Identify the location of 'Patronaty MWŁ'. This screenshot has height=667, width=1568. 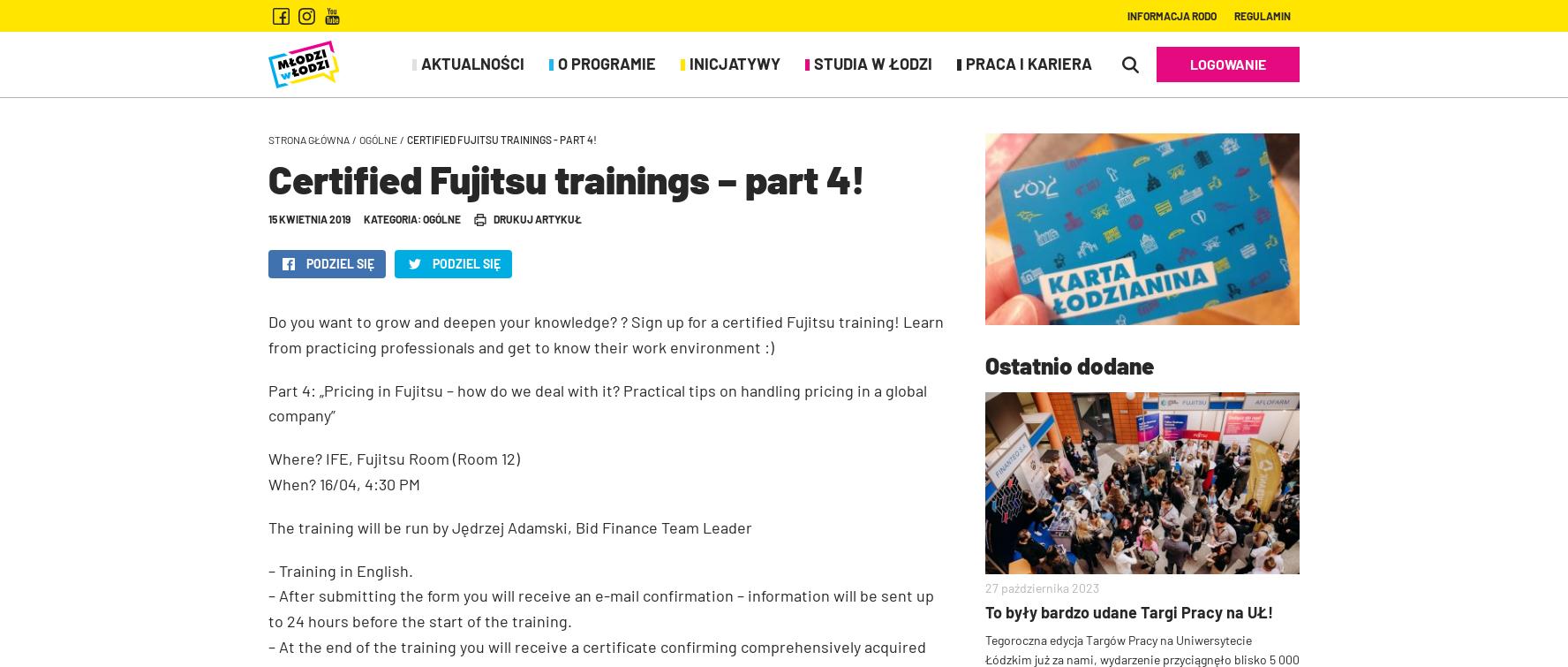
(315, 160).